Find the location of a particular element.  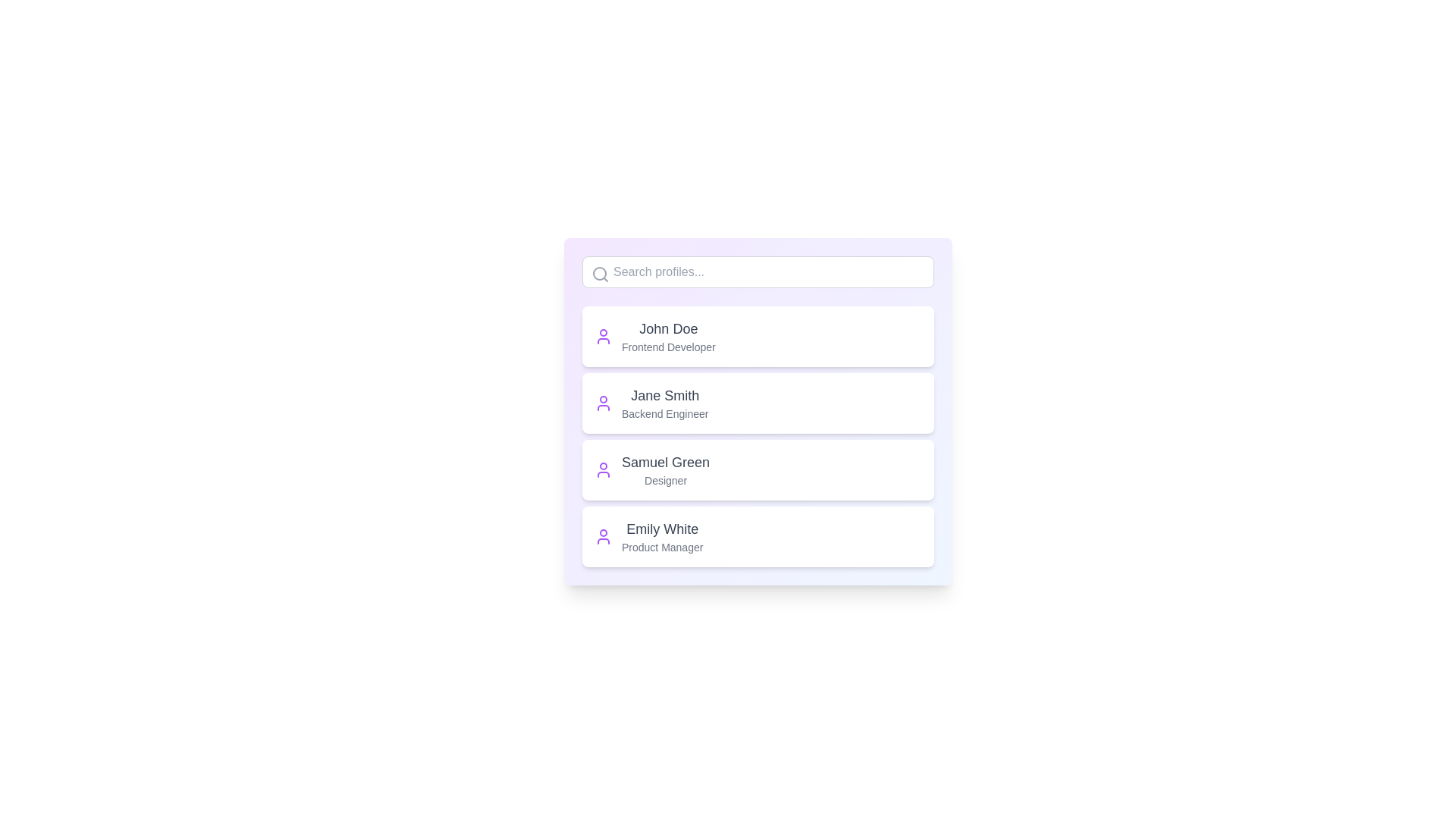

text label displaying 'Product Manager' located below 'Emily White' in the fourth profile entry is located at coordinates (662, 547).